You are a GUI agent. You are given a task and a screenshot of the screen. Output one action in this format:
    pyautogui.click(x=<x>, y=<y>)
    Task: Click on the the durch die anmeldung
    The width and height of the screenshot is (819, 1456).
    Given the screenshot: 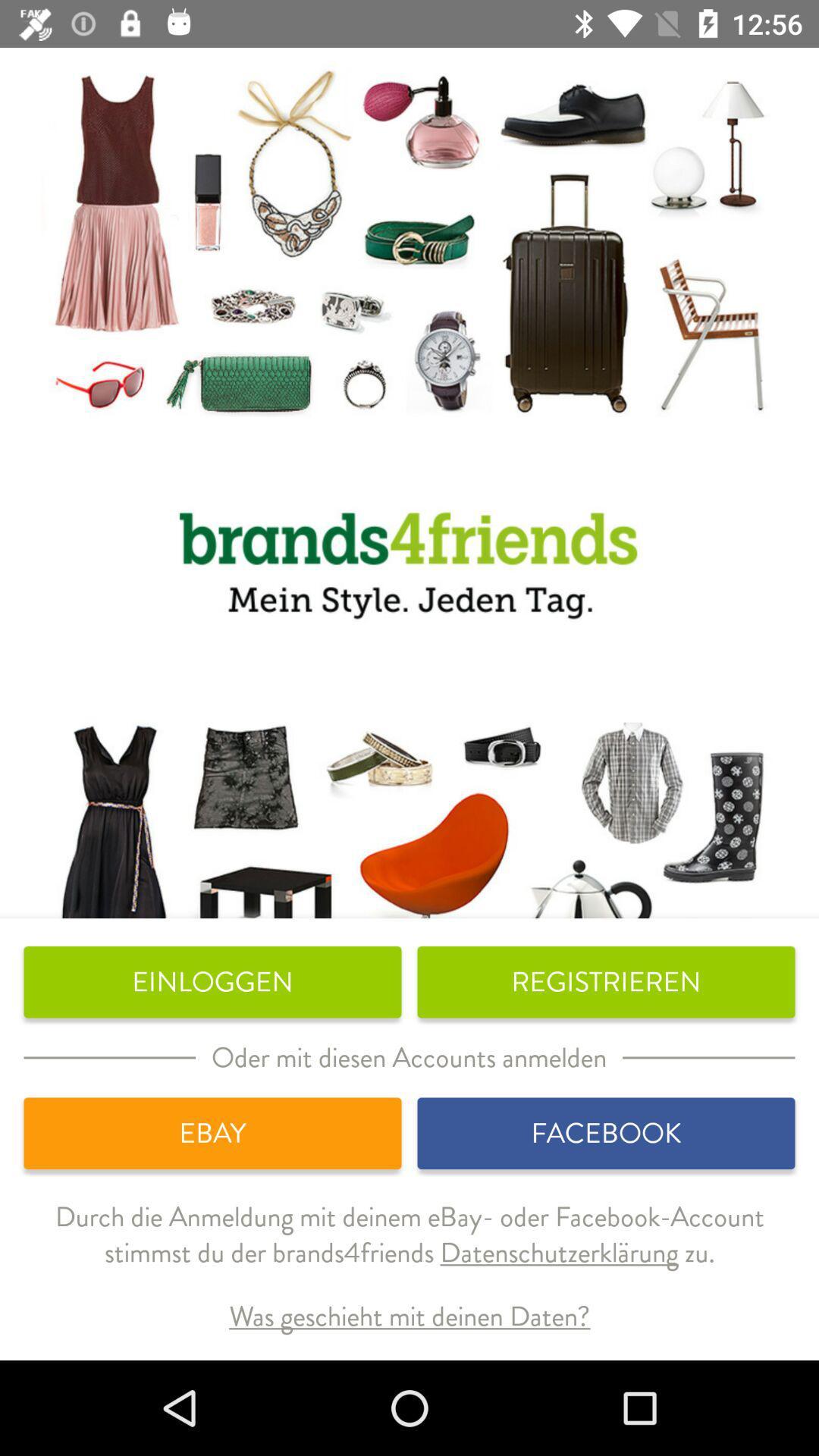 What is the action you would take?
    pyautogui.click(x=409, y=1247)
    